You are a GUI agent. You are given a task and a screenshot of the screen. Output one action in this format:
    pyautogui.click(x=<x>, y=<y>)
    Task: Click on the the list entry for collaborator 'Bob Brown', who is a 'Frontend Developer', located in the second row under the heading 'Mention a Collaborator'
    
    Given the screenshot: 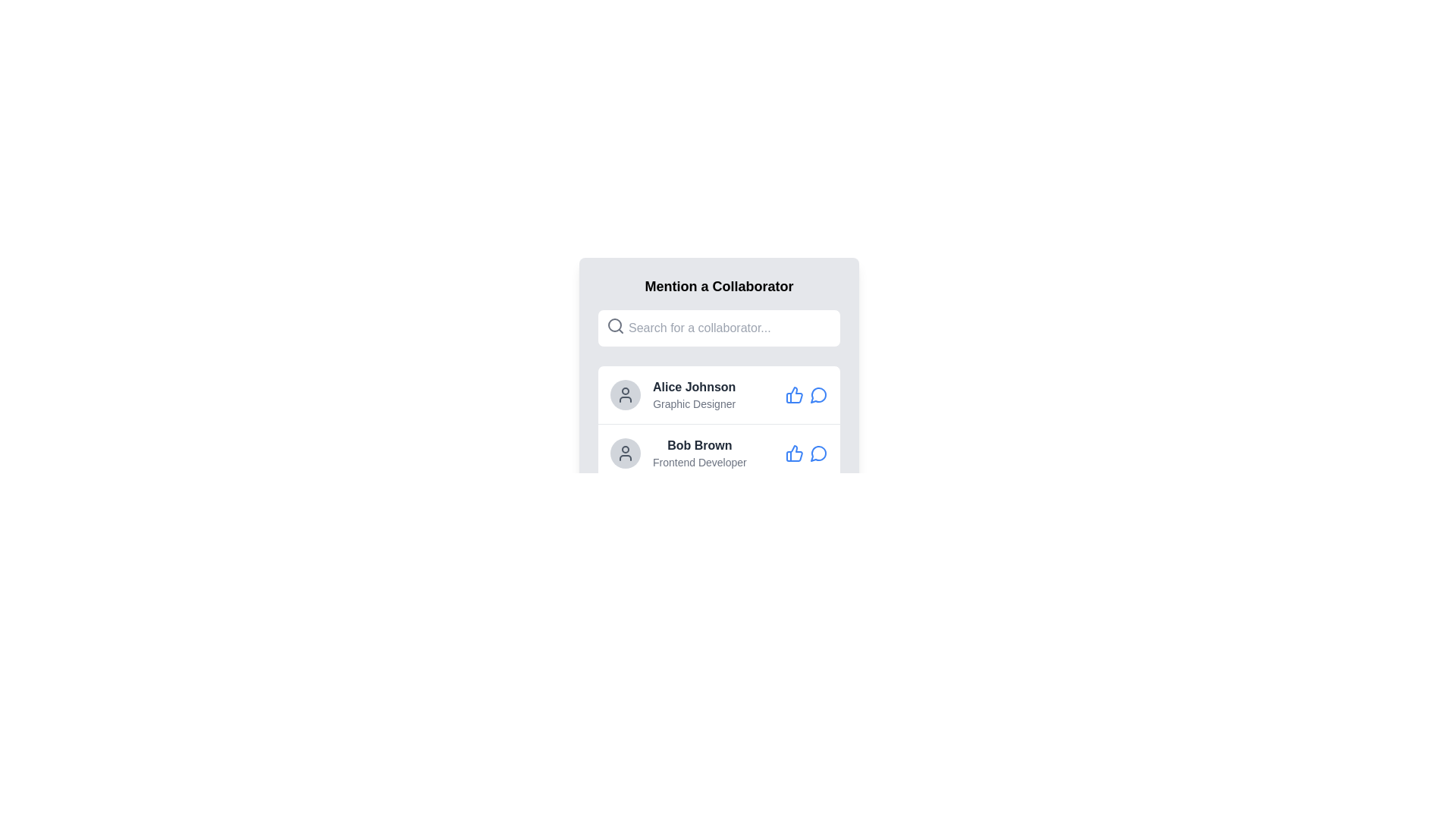 What is the action you would take?
    pyautogui.click(x=698, y=452)
    